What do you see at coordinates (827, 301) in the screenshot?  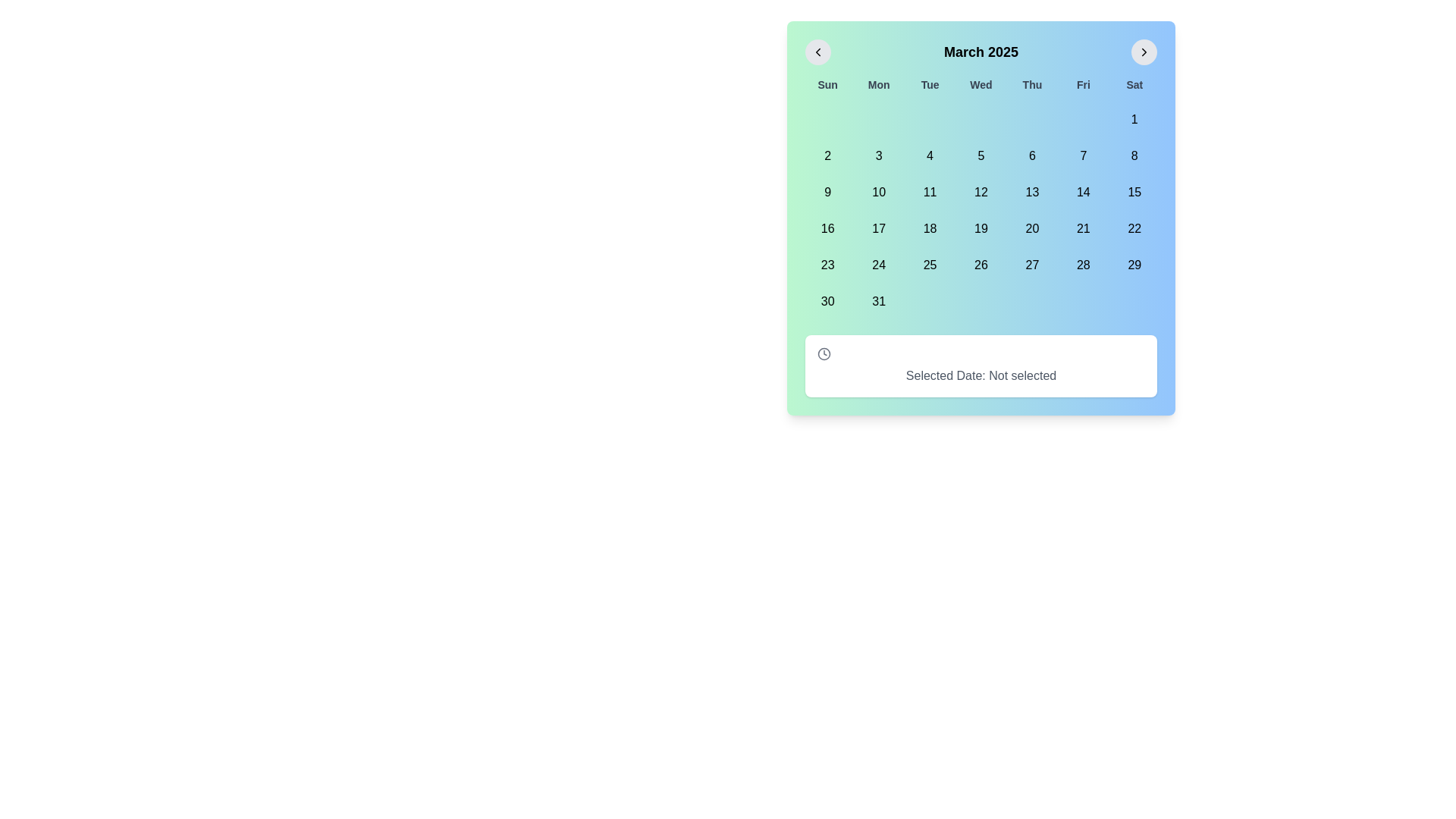 I see `the button labeled '30' in the calendar interface` at bounding box center [827, 301].